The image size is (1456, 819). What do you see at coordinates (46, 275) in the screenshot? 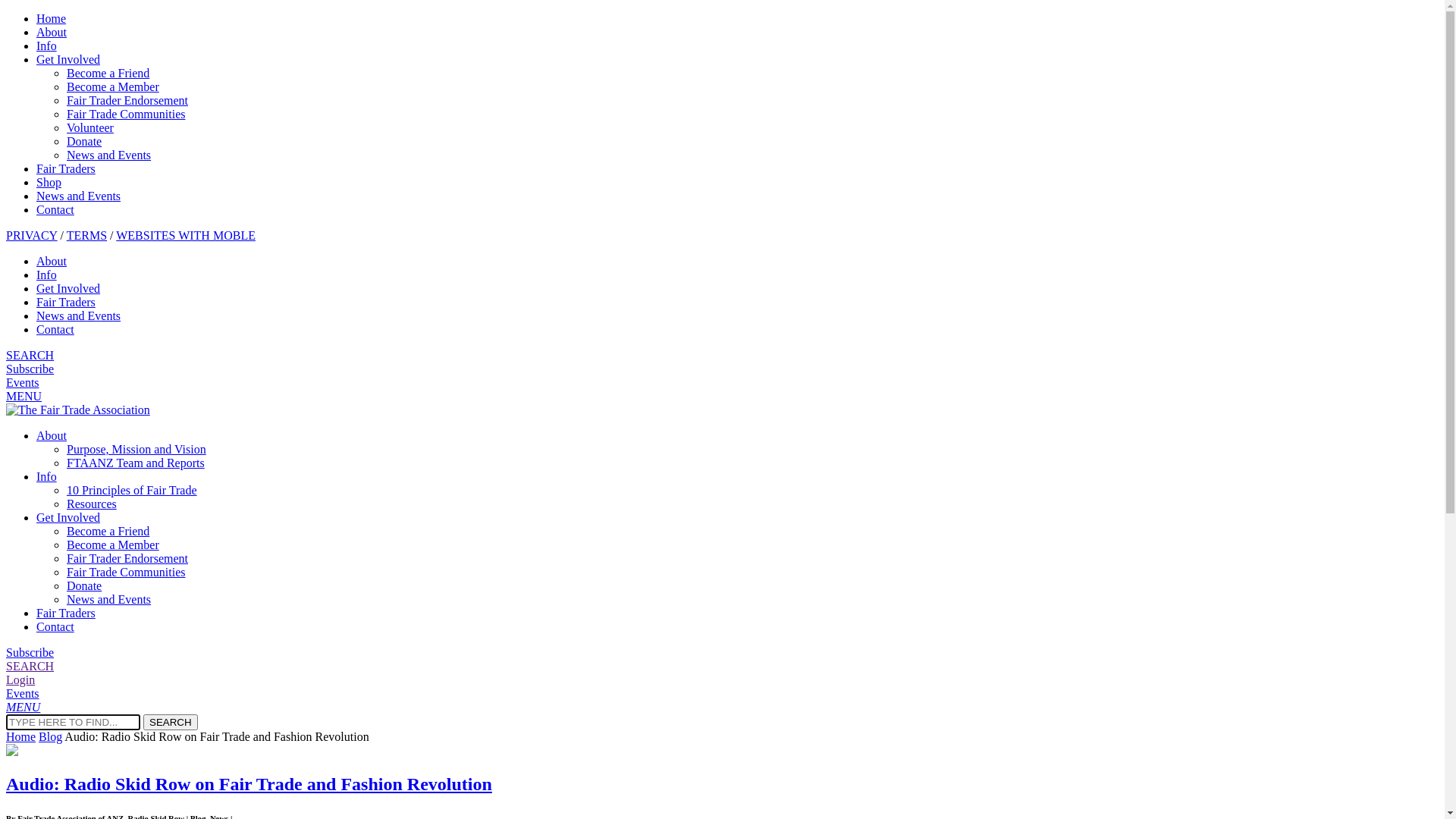
I see `'Info'` at bounding box center [46, 275].